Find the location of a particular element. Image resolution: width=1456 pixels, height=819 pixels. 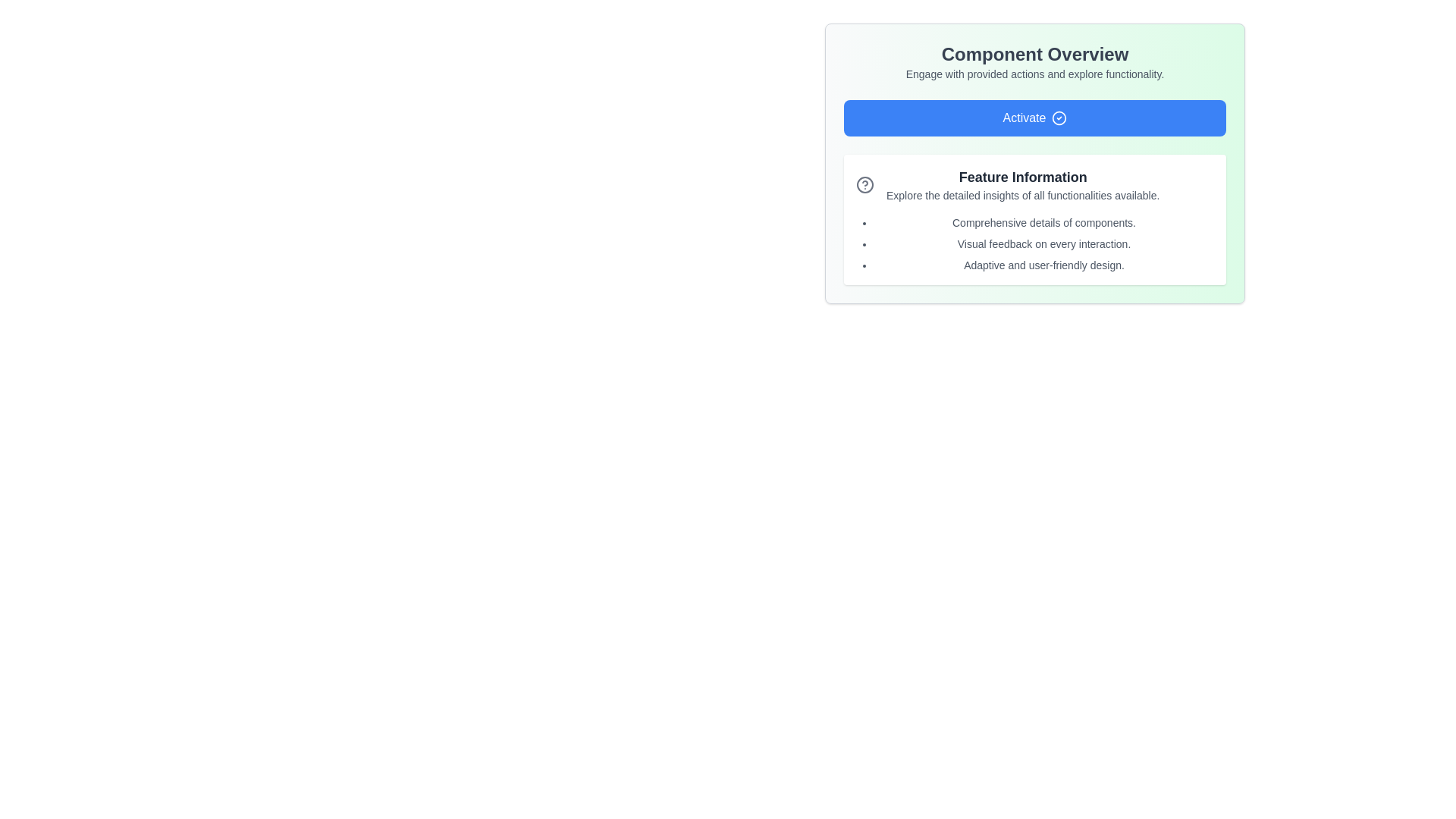

the central circular portion of the help or information icon, which is part of an SVG graphic. This circle is styled with an outline and is prominently positioned within the icon layout is located at coordinates (865, 184).